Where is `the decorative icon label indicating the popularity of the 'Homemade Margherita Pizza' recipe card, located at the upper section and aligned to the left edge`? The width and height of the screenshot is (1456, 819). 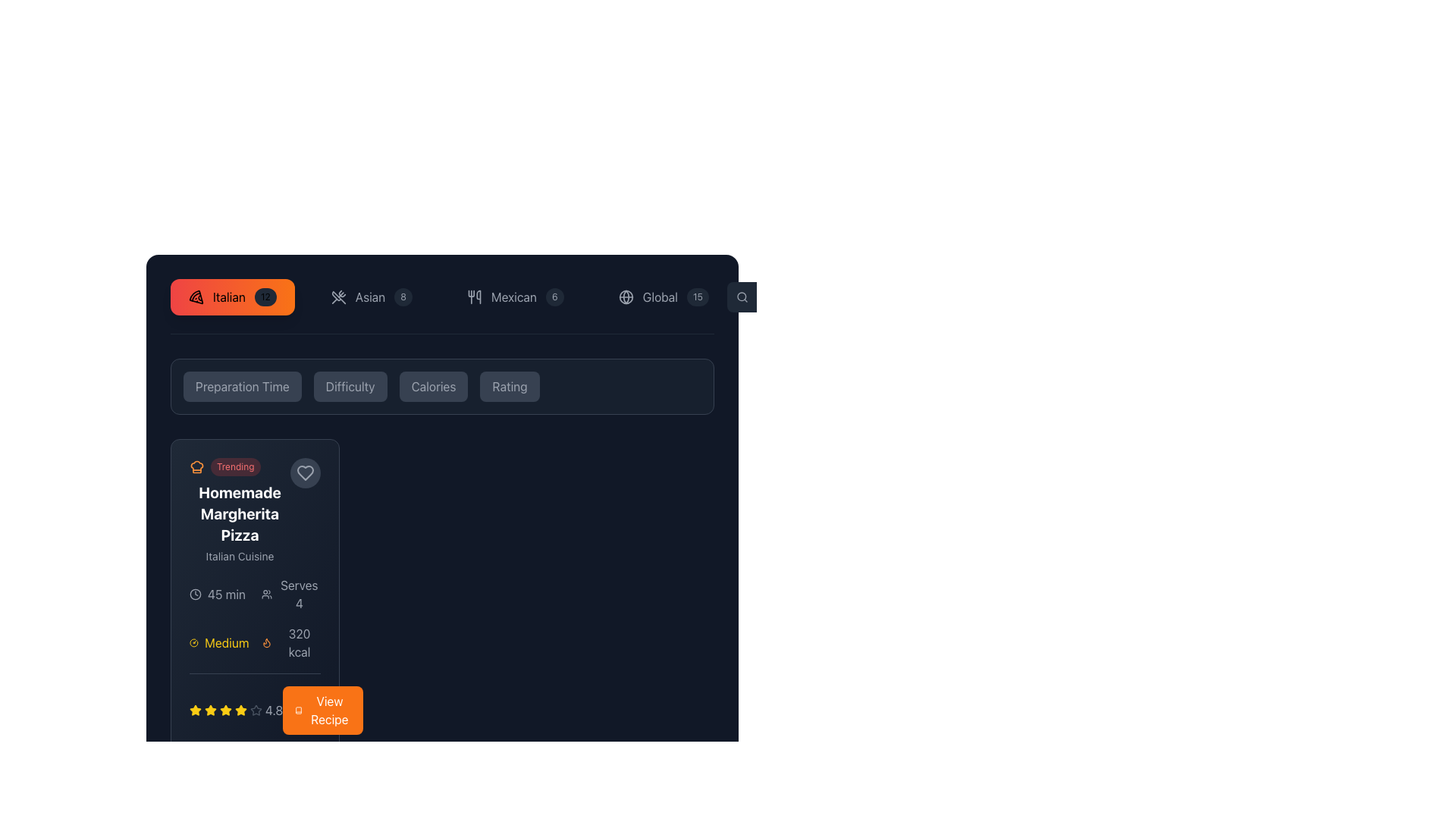 the decorative icon label indicating the popularity of the 'Homemade Margherita Pizza' recipe card, located at the upper section and aligned to the left edge is located at coordinates (239, 466).